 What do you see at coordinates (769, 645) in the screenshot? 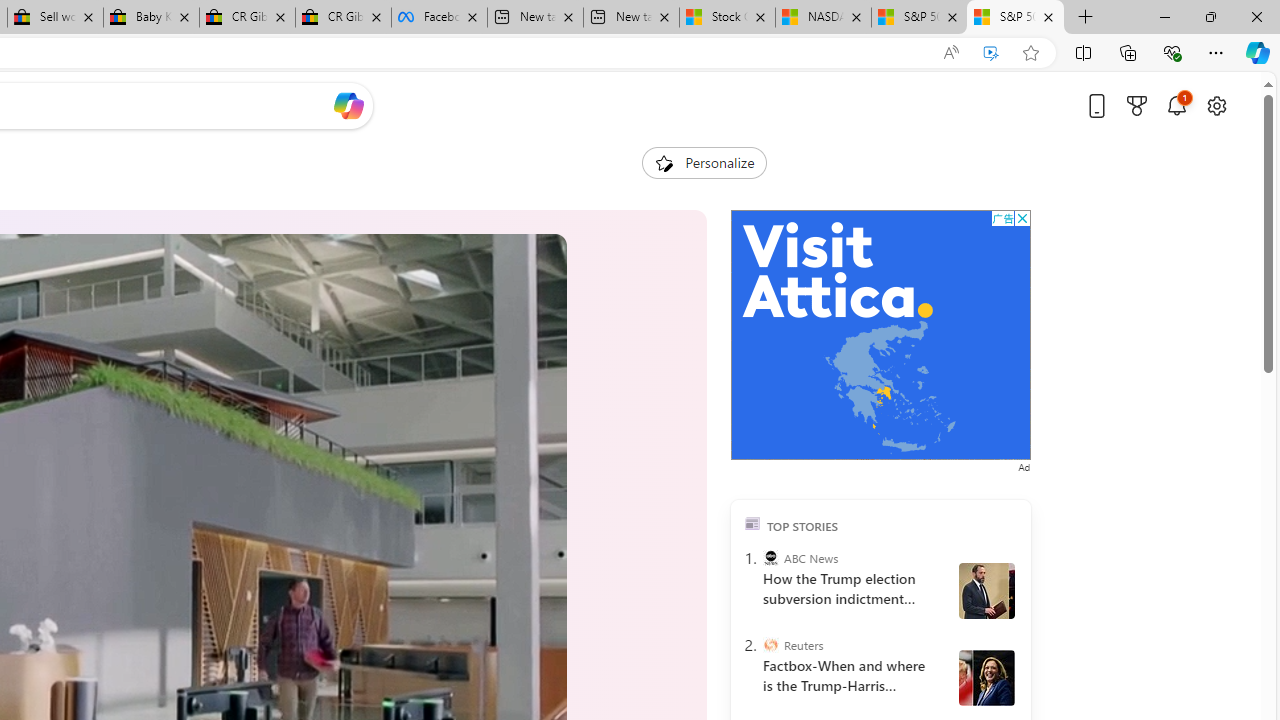
I see `'Reuters'` at bounding box center [769, 645].